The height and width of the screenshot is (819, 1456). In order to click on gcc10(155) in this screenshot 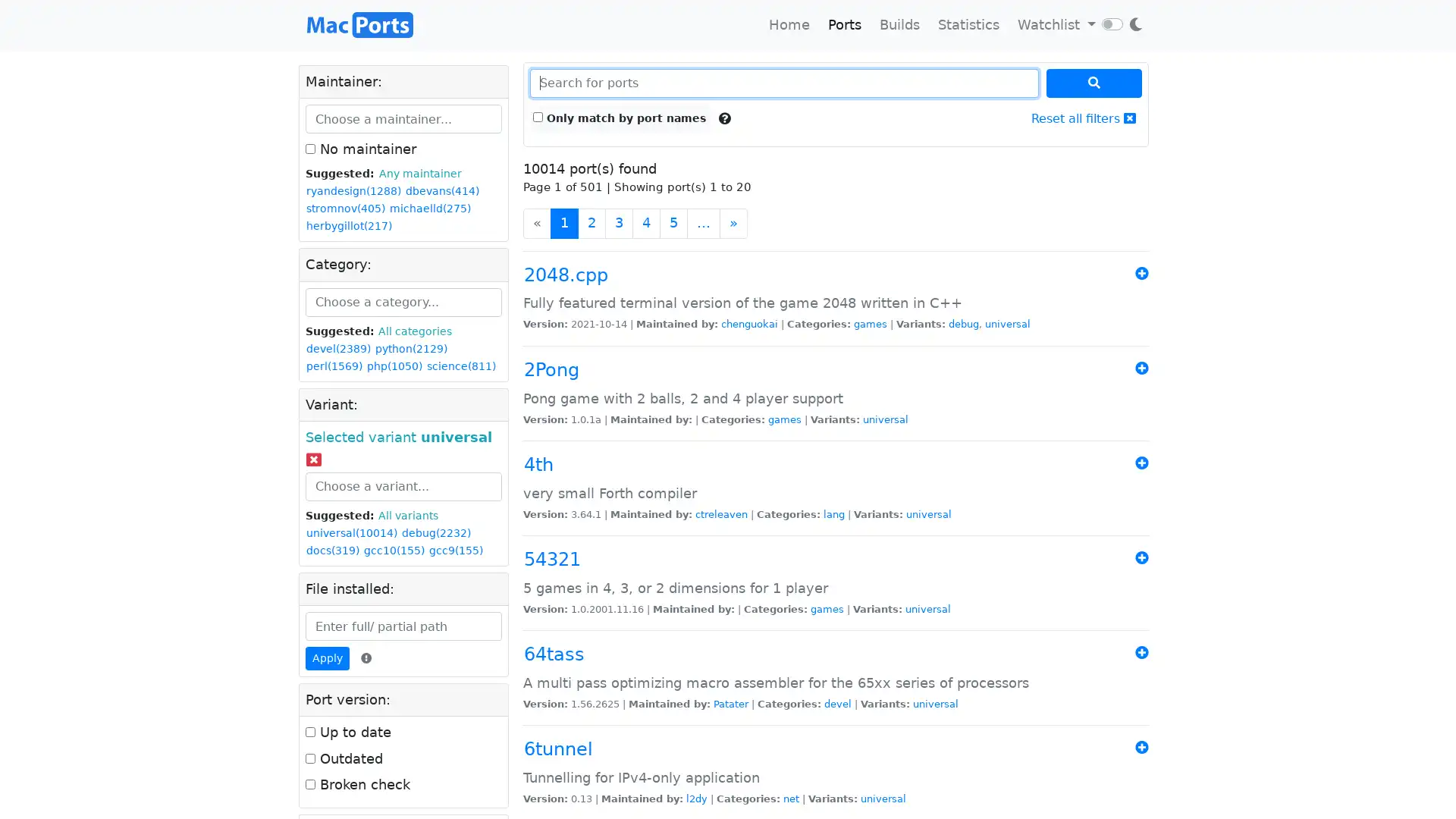, I will do `click(394, 550)`.